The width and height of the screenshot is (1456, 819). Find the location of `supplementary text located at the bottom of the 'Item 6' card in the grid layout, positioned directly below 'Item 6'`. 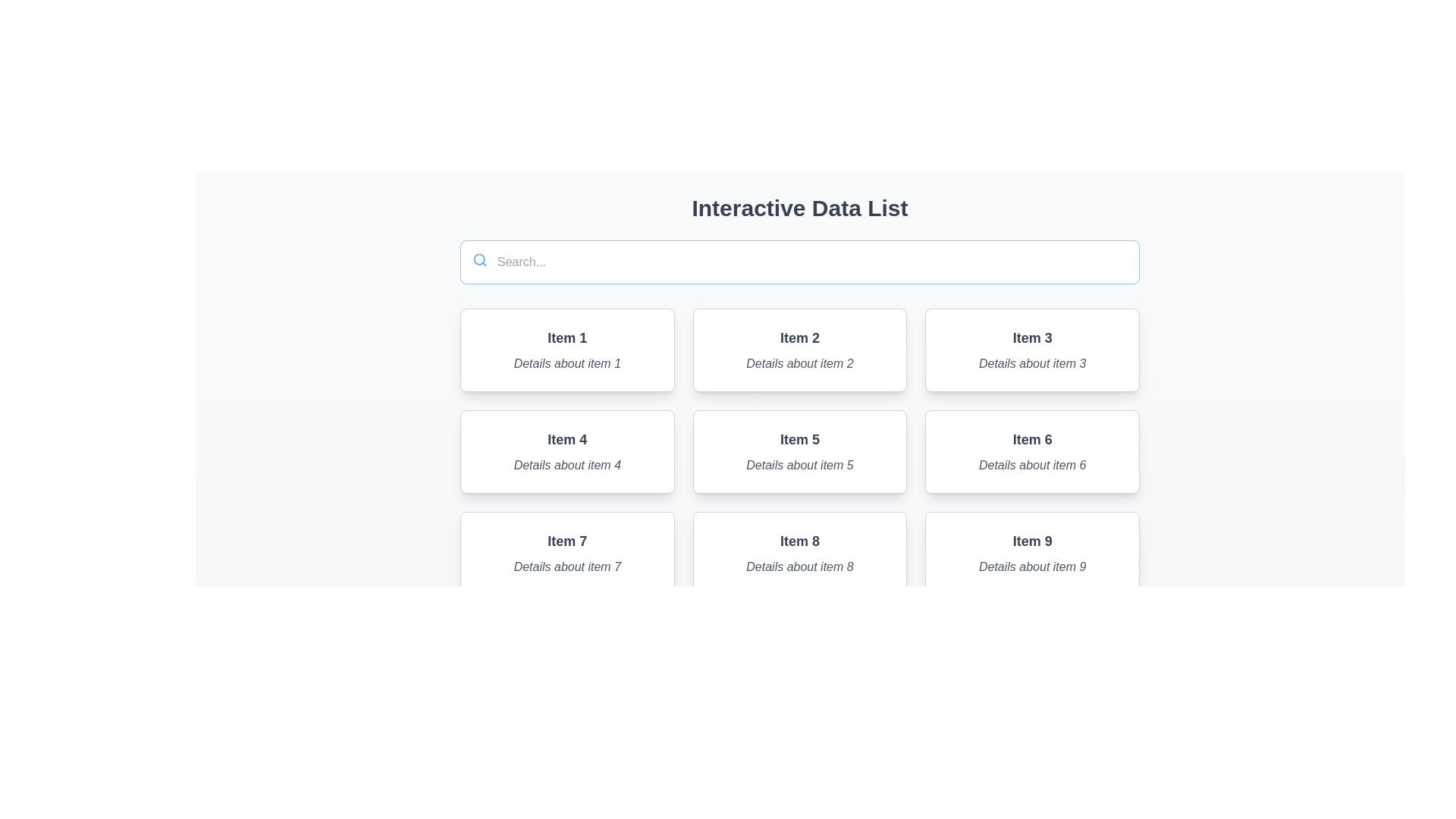

supplementary text located at the bottom of the 'Item 6' card in the grid layout, positioned directly below 'Item 6' is located at coordinates (1031, 464).